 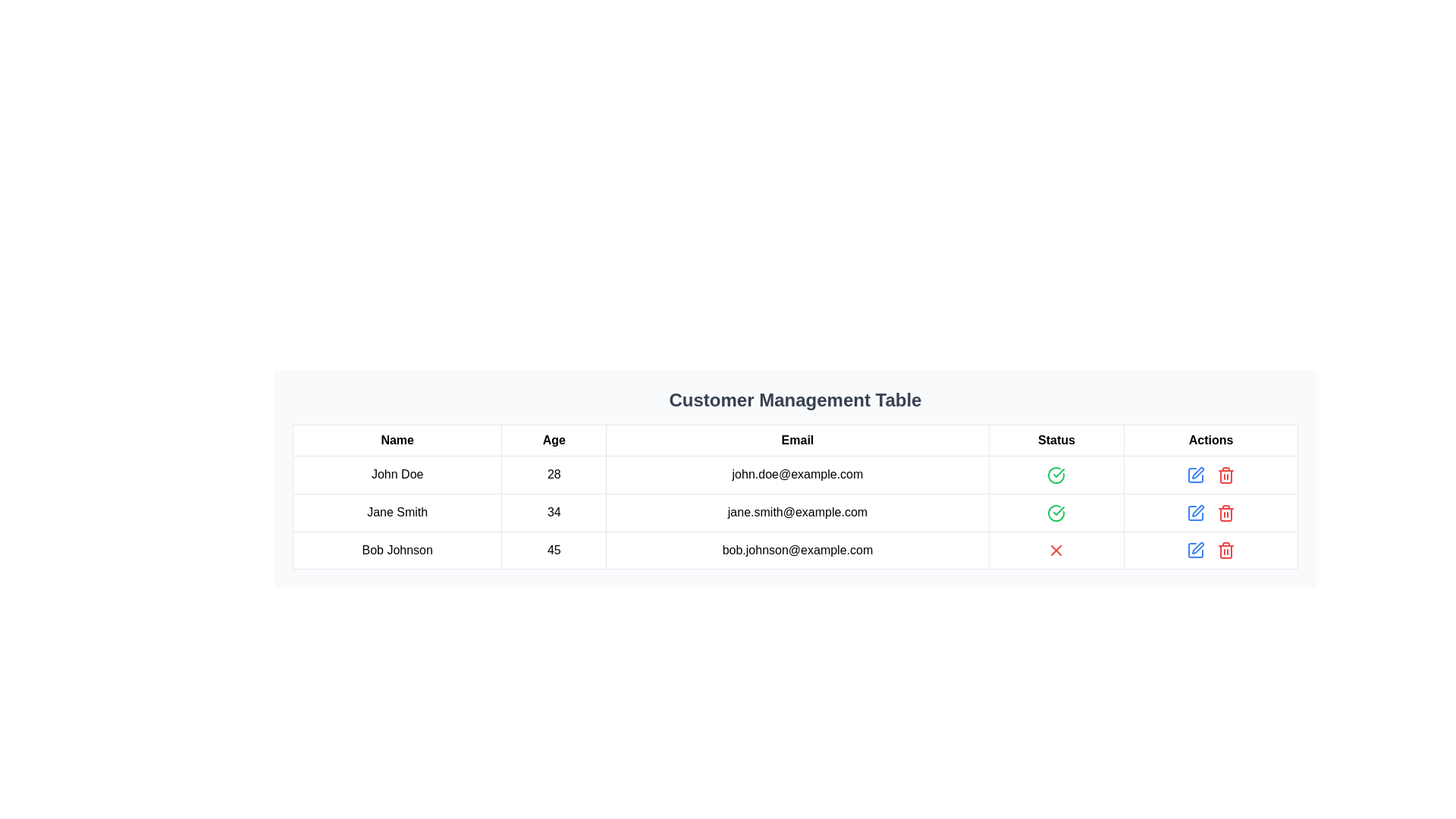 I want to click on the delete icon located in the 'Actions' column of the third row, so click(x=1226, y=475).